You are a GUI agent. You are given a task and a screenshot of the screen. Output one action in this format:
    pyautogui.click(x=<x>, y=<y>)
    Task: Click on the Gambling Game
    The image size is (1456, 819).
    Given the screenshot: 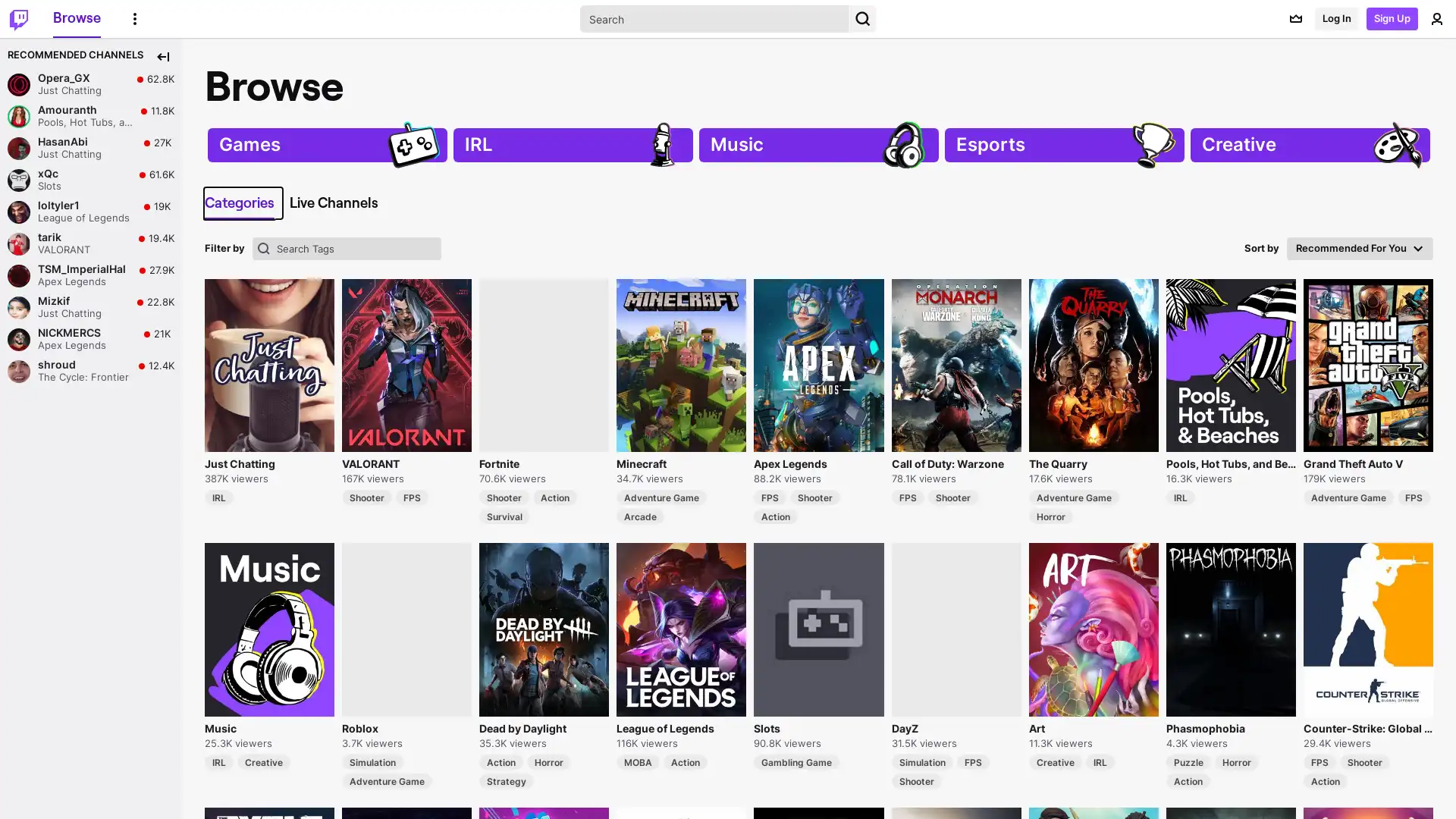 What is the action you would take?
    pyautogui.click(x=795, y=762)
    